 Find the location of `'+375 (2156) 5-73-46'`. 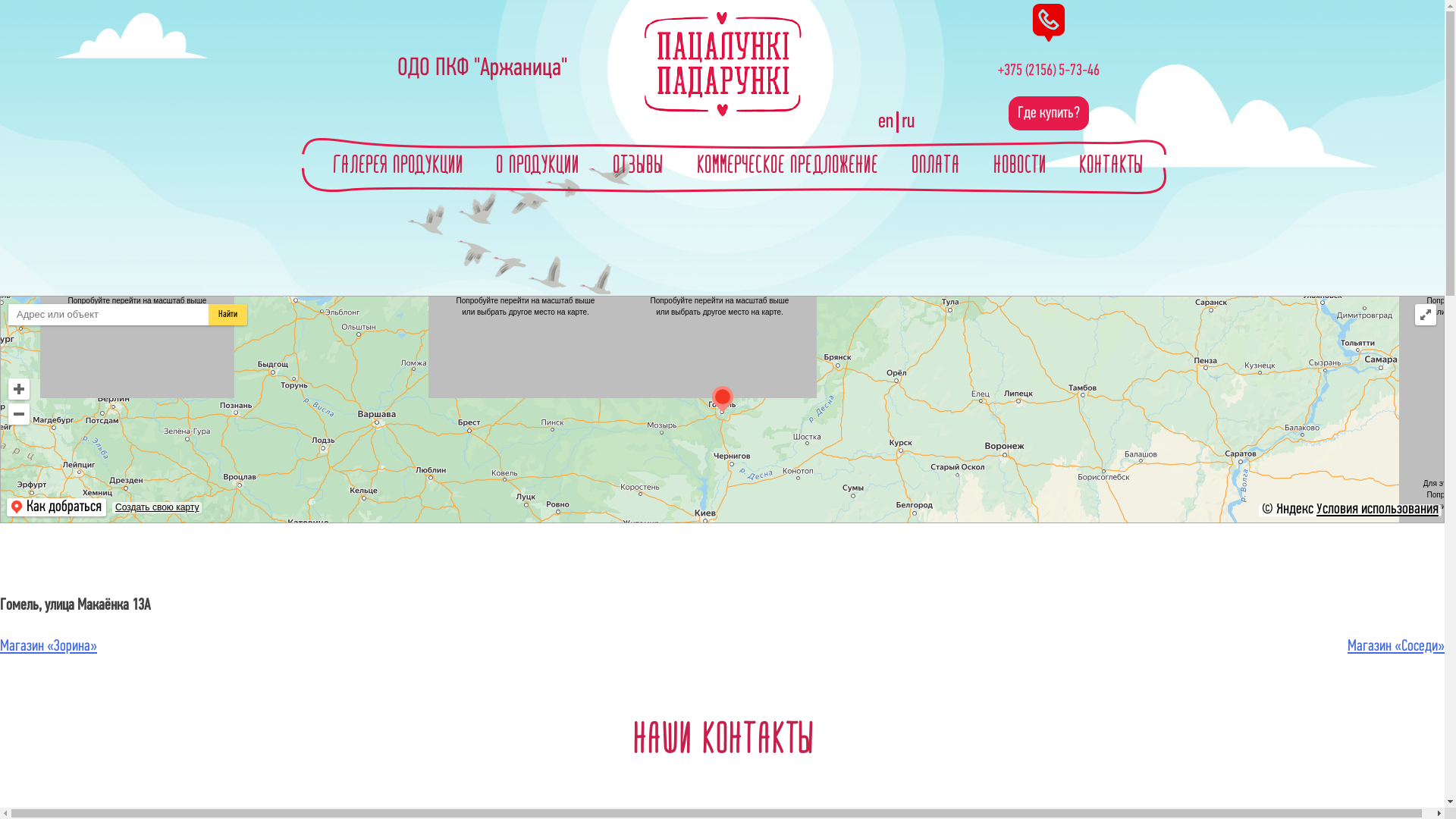

'+375 (2156) 5-73-46' is located at coordinates (1047, 71).